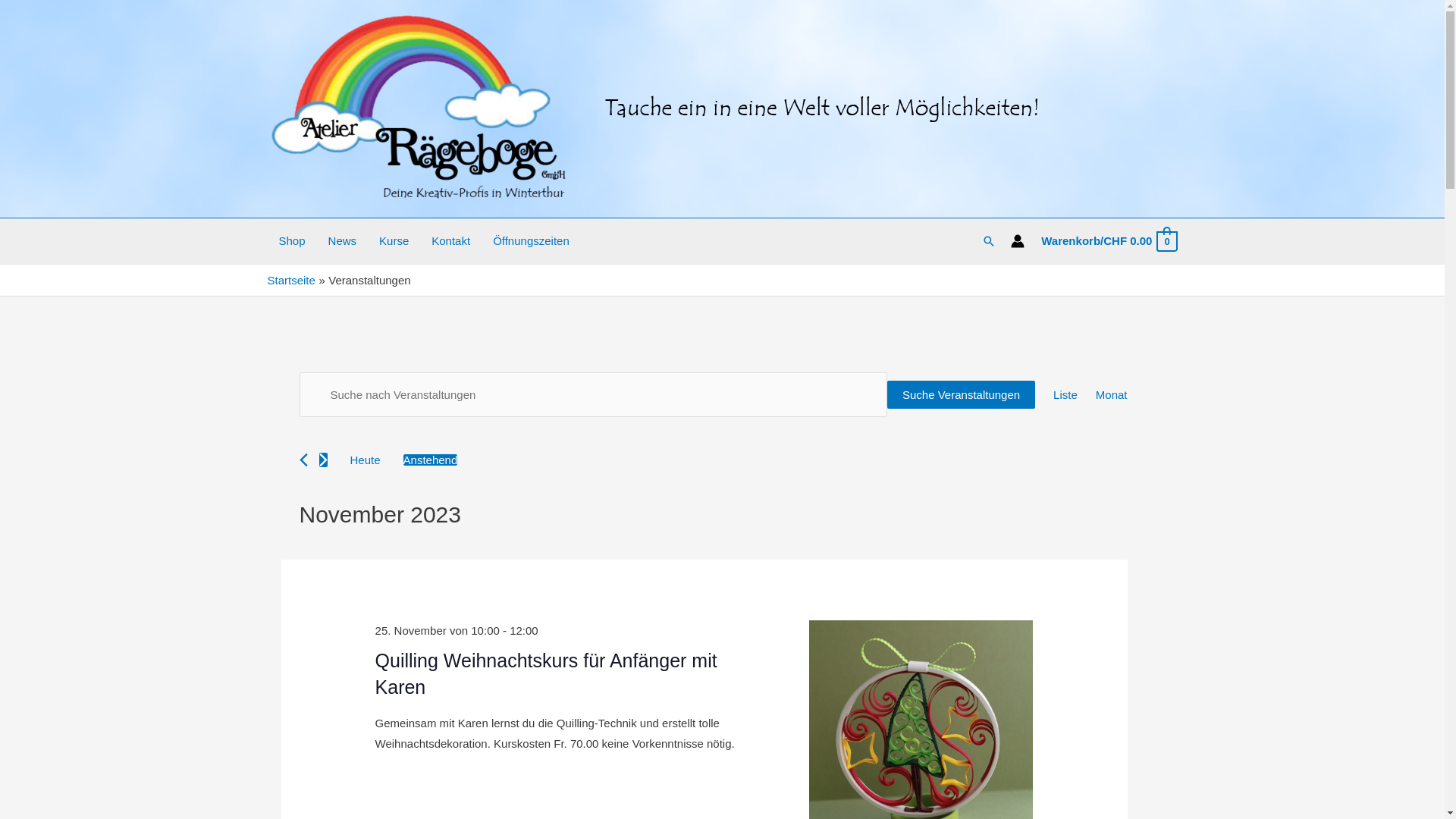  What do you see at coordinates (290, 280) in the screenshot?
I see `'Startseite'` at bounding box center [290, 280].